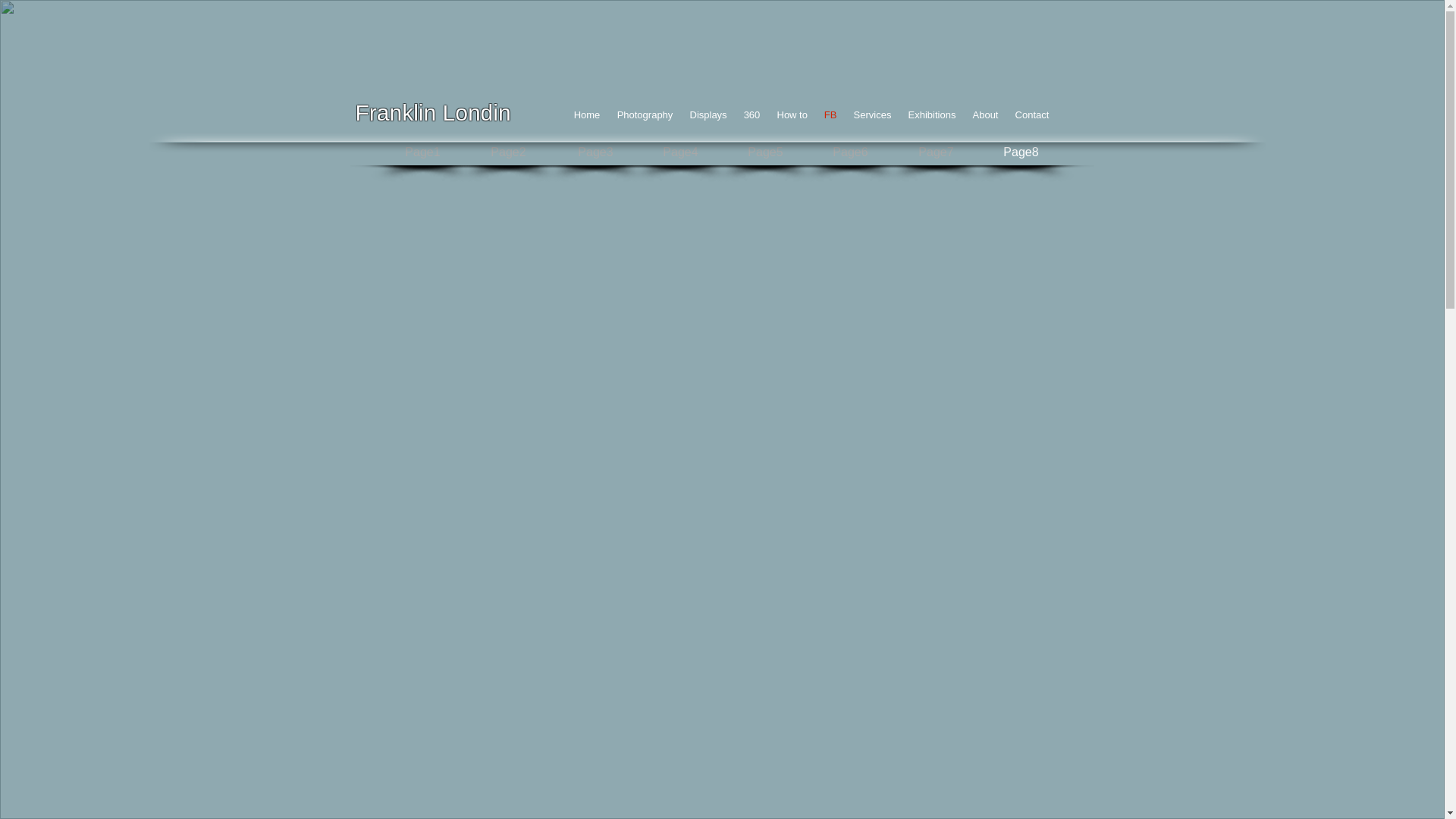  I want to click on 'Exhibitions', so click(930, 114).